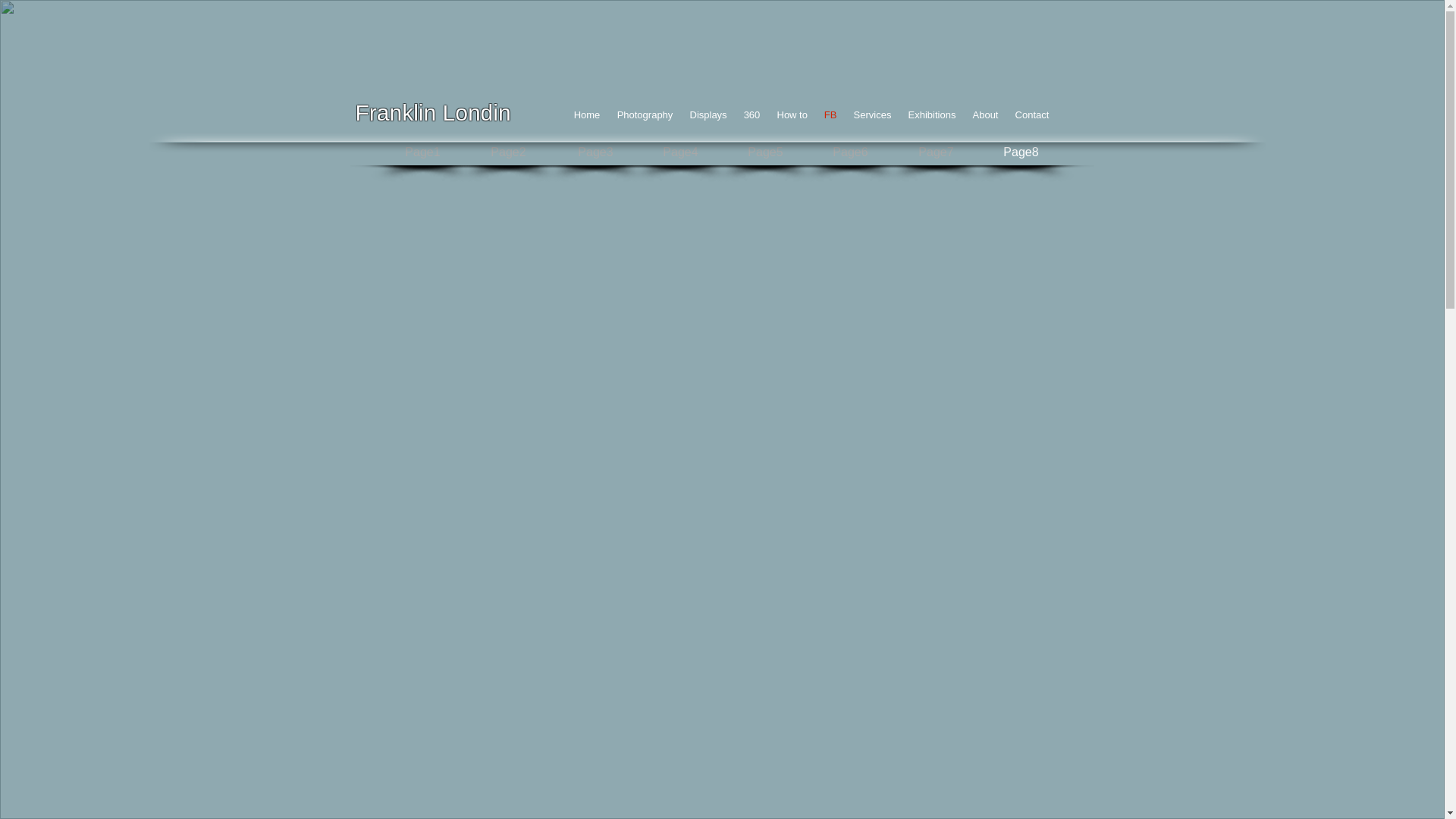  I want to click on 'Exhibitions', so click(930, 114).